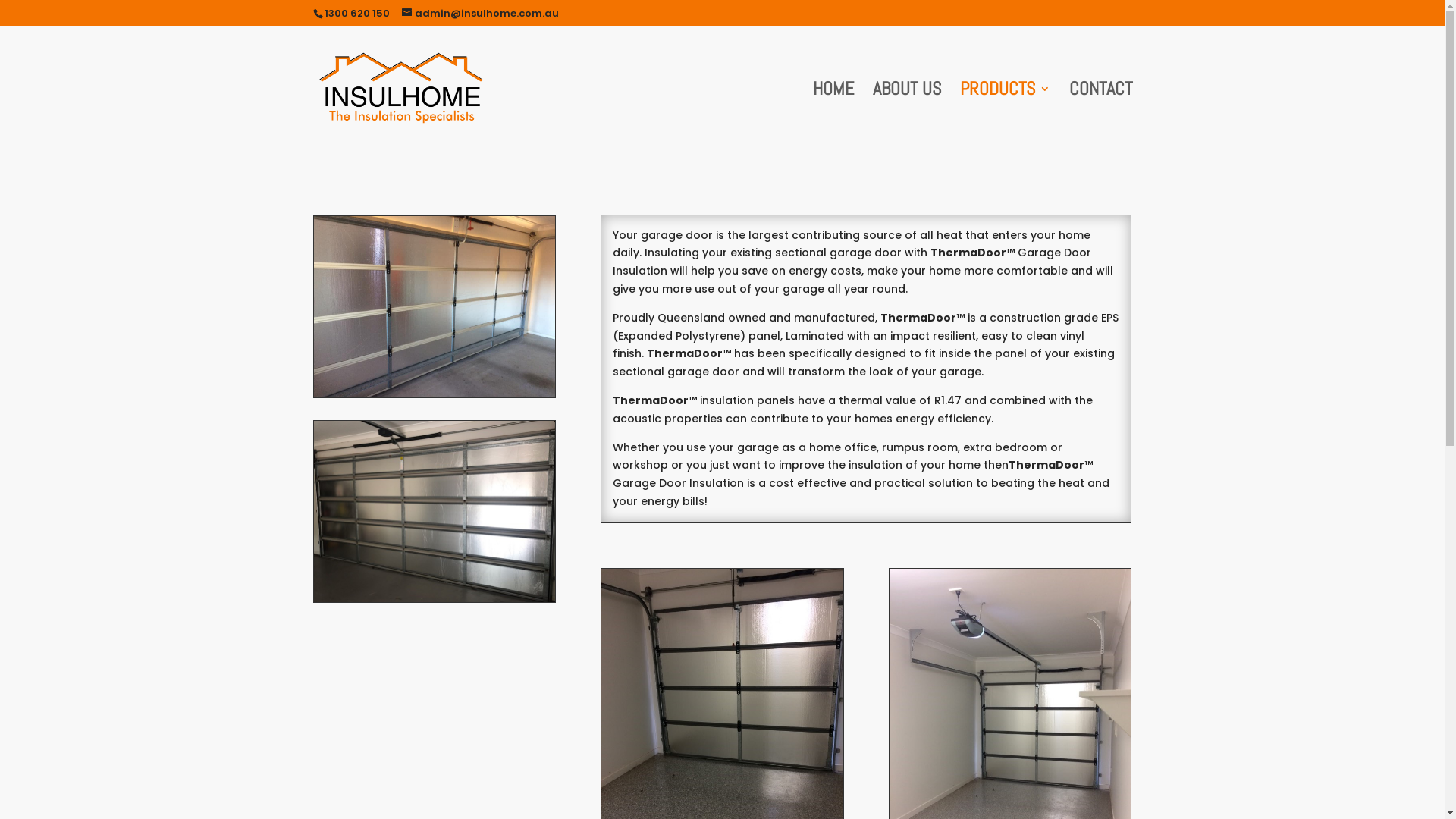  Describe the element at coordinates (1100, 116) in the screenshot. I see `'CONTACT'` at that location.